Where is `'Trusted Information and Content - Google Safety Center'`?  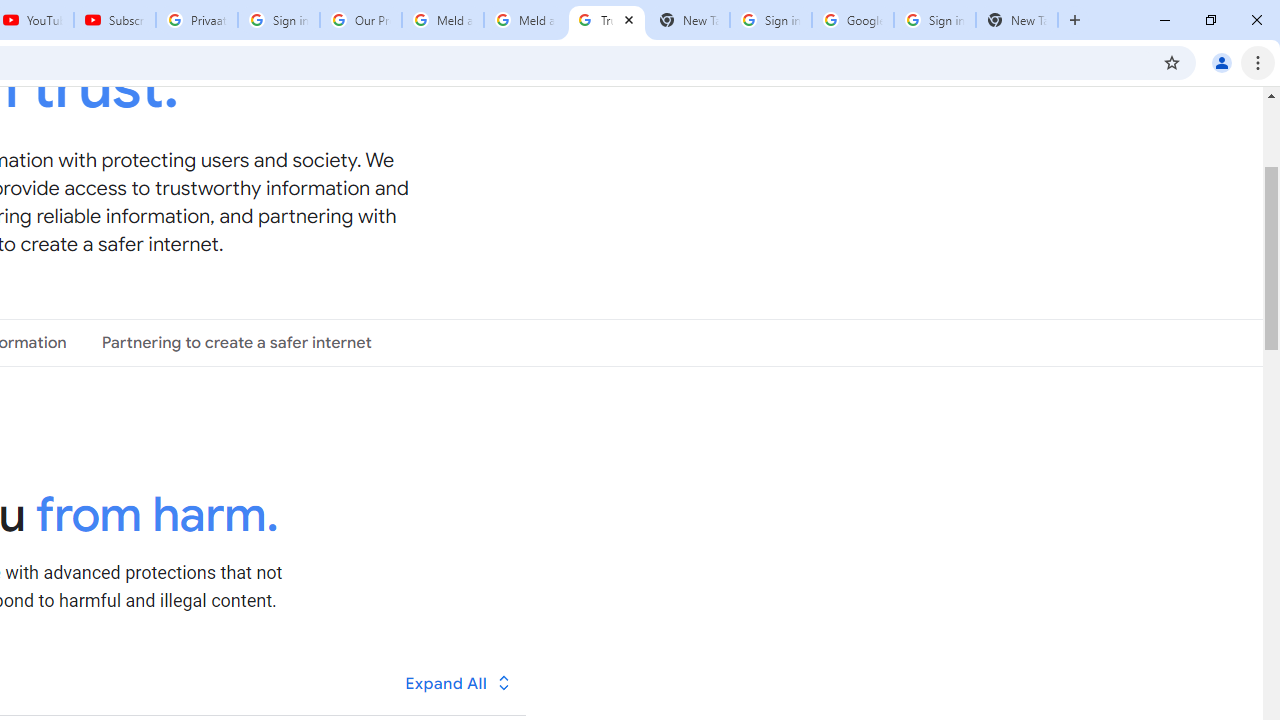 'Trusted Information and Content - Google Safety Center' is located at coordinates (605, 20).